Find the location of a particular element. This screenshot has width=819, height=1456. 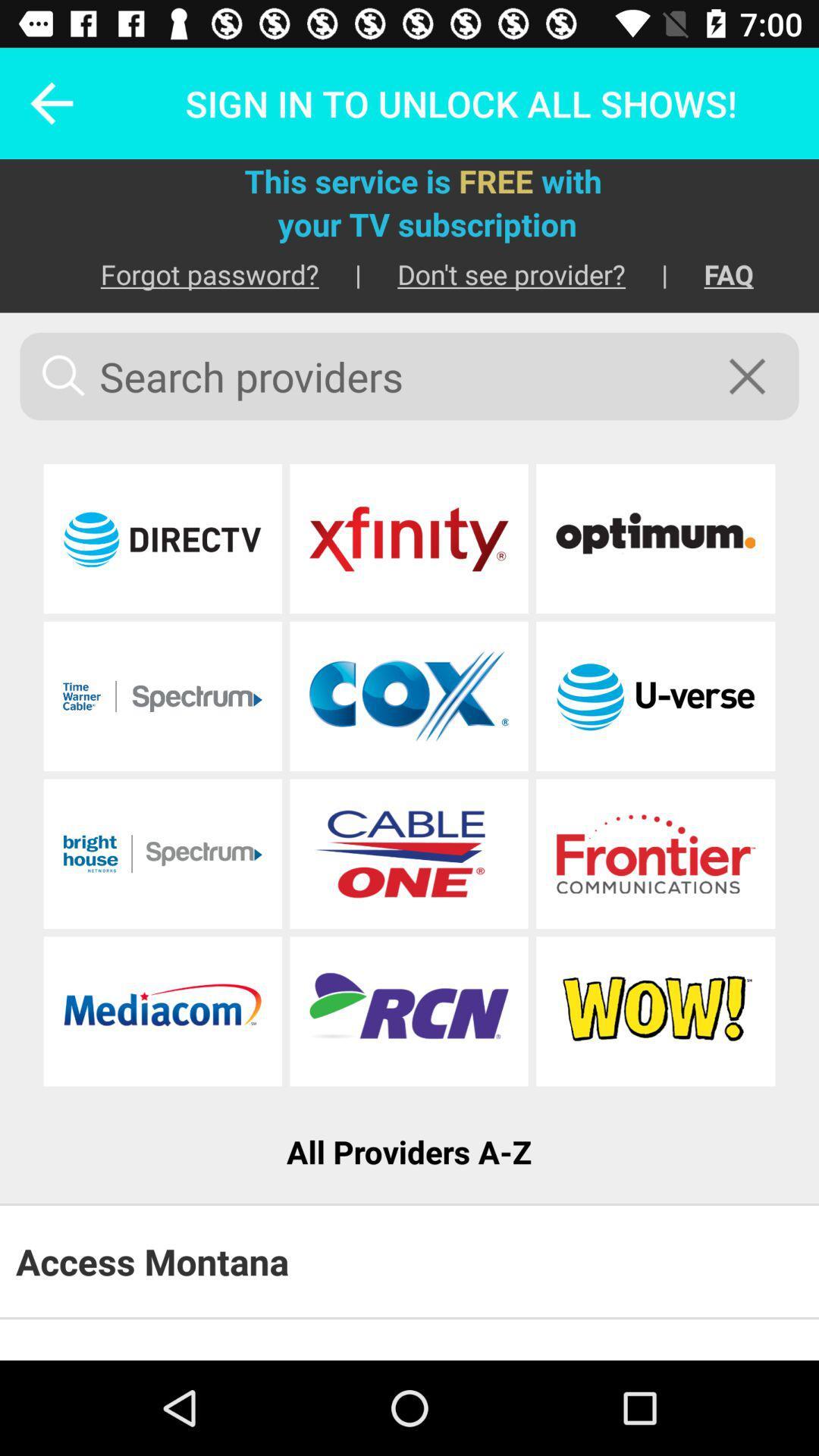

sign in with bright house spectrum is located at coordinates (162, 854).